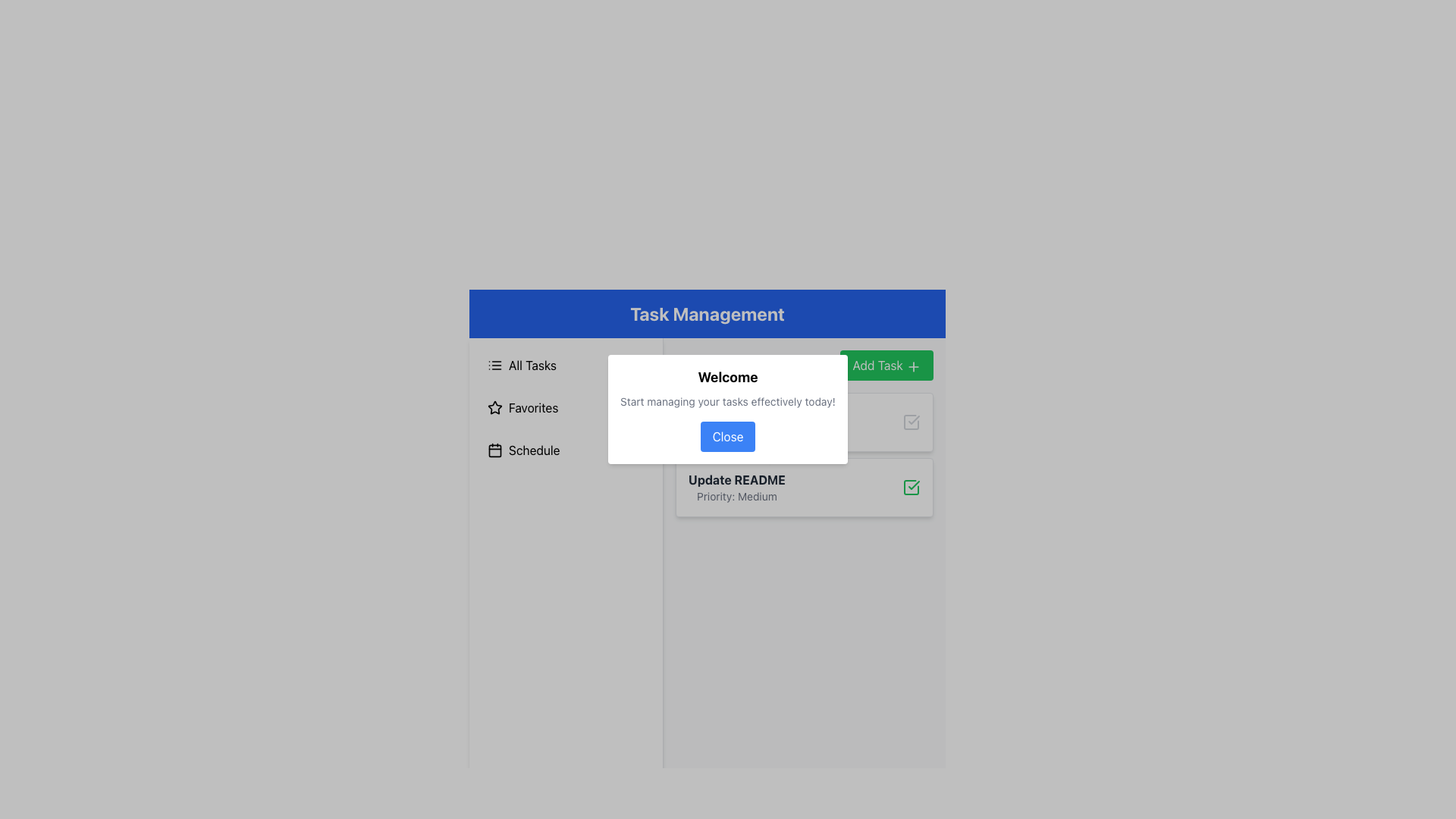 This screenshot has width=1456, height=819. Describe the element at coordinates (494, 406) in the screenshot. I see `the star-shaped icon with a hollow center and black outline in the left sidebar` at that location.